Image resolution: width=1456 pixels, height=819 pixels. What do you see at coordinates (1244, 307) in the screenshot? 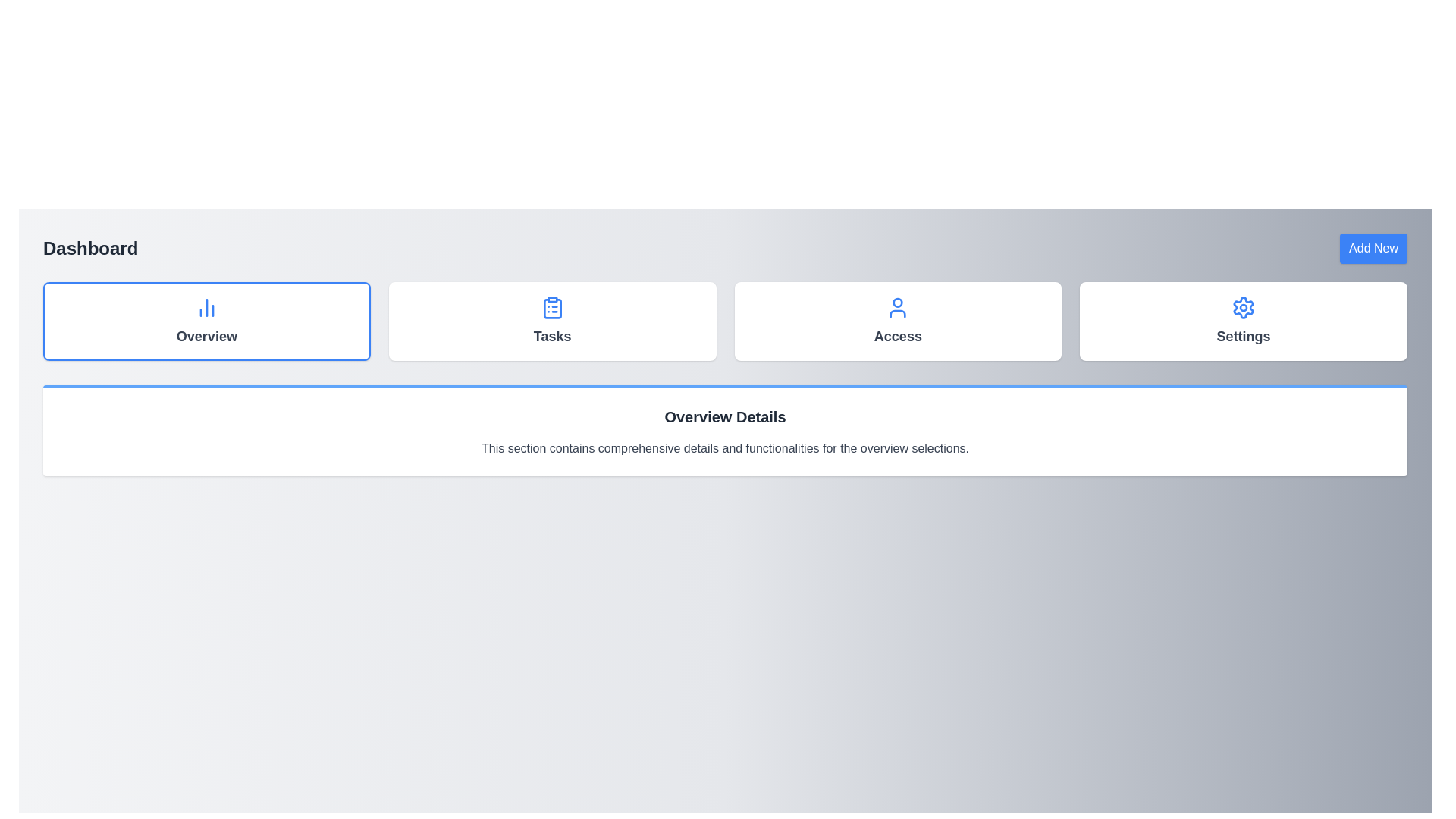
I see `the blue gear icon located at the bottom area of the 'Settings' card, which is the rightmost card in a row of four options` at bounding box center [1244, 307].